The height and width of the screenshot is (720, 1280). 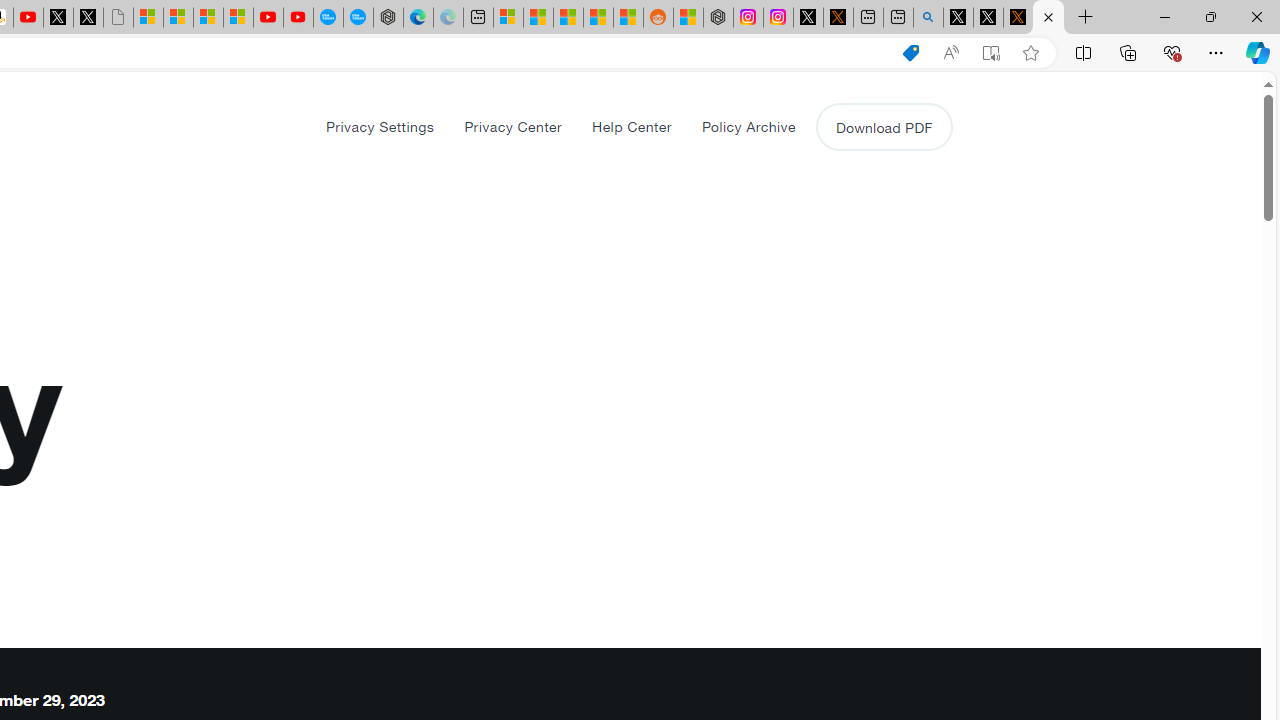 What do you see at coordinates (1047, 17) in the screenshot?
I see `'Close tab'` at bounding box center [1047, 17].